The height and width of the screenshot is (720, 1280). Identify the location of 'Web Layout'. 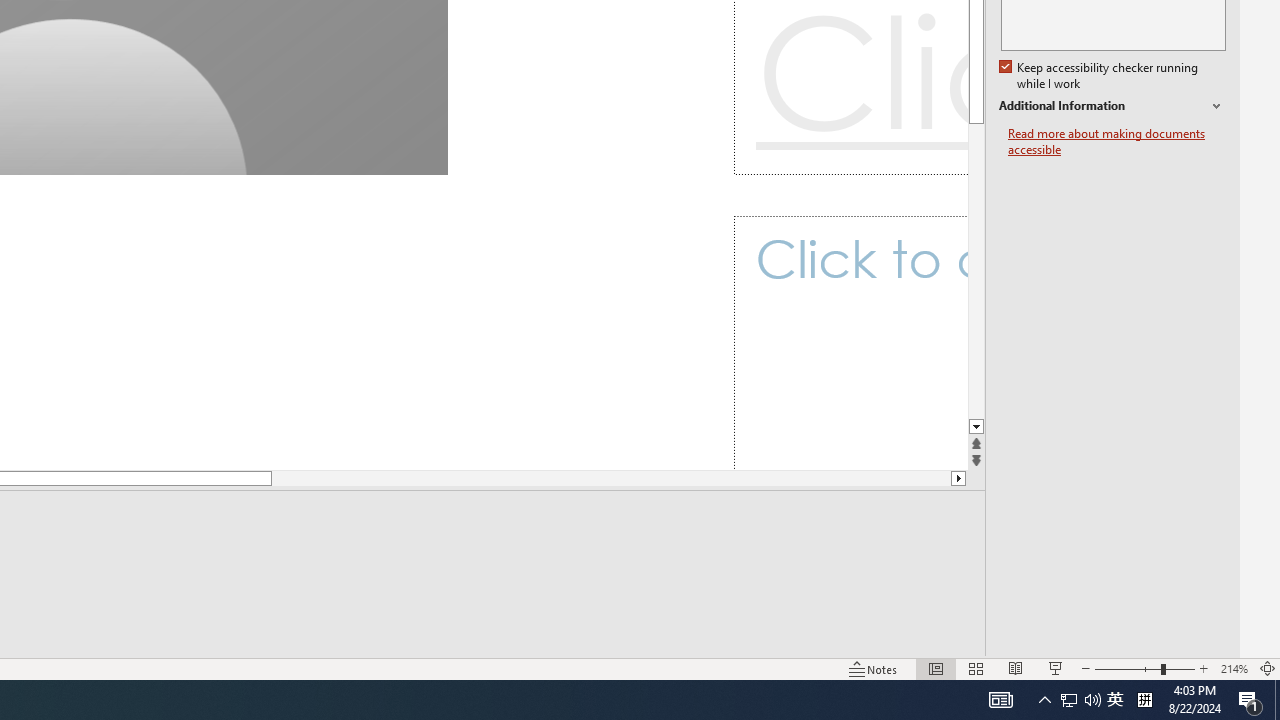
(984, 640).